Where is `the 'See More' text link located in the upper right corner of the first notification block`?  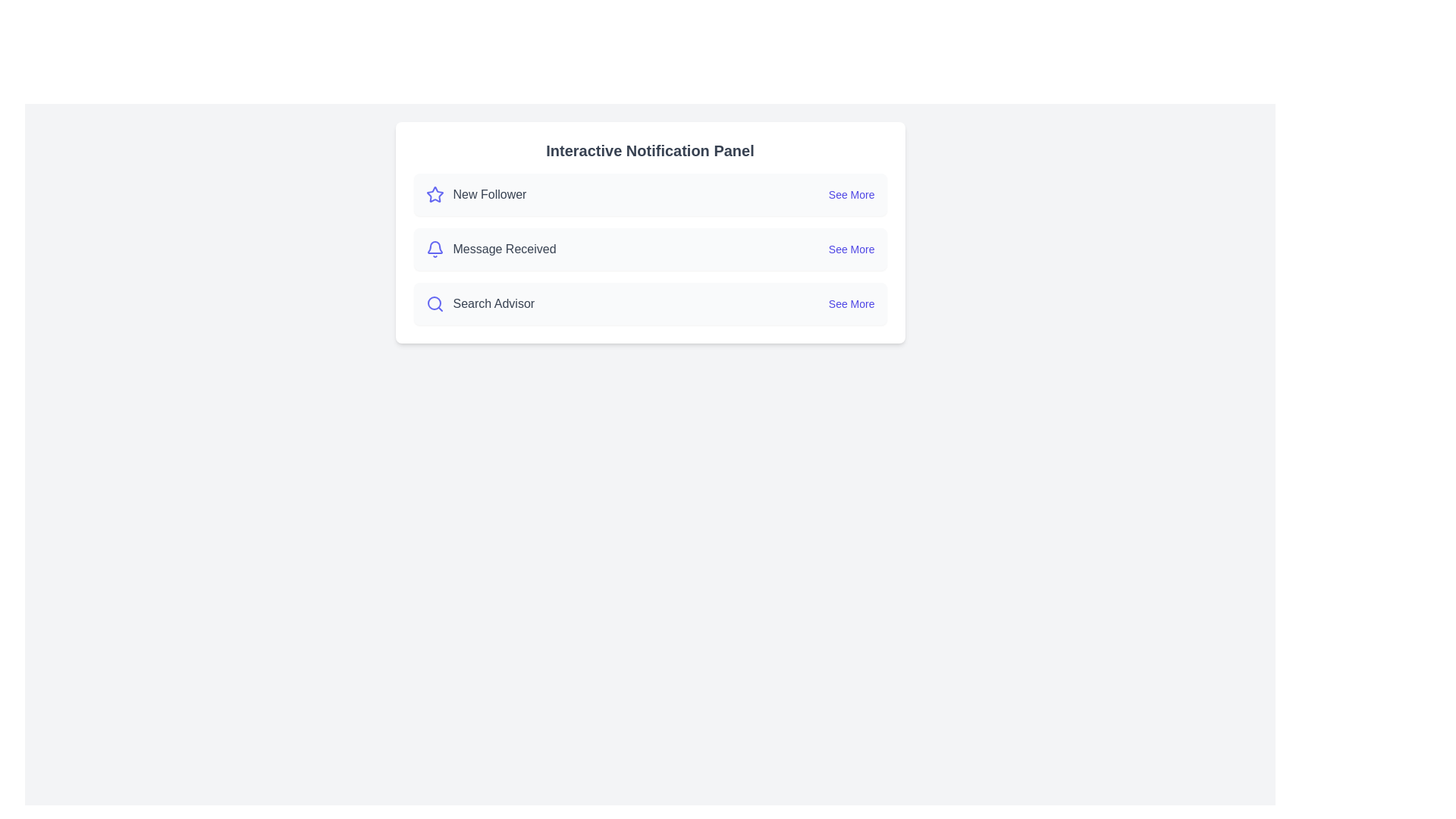
the 'See More' text link located in the upper right corner of the first notification block is located at coordinates (852, 194).